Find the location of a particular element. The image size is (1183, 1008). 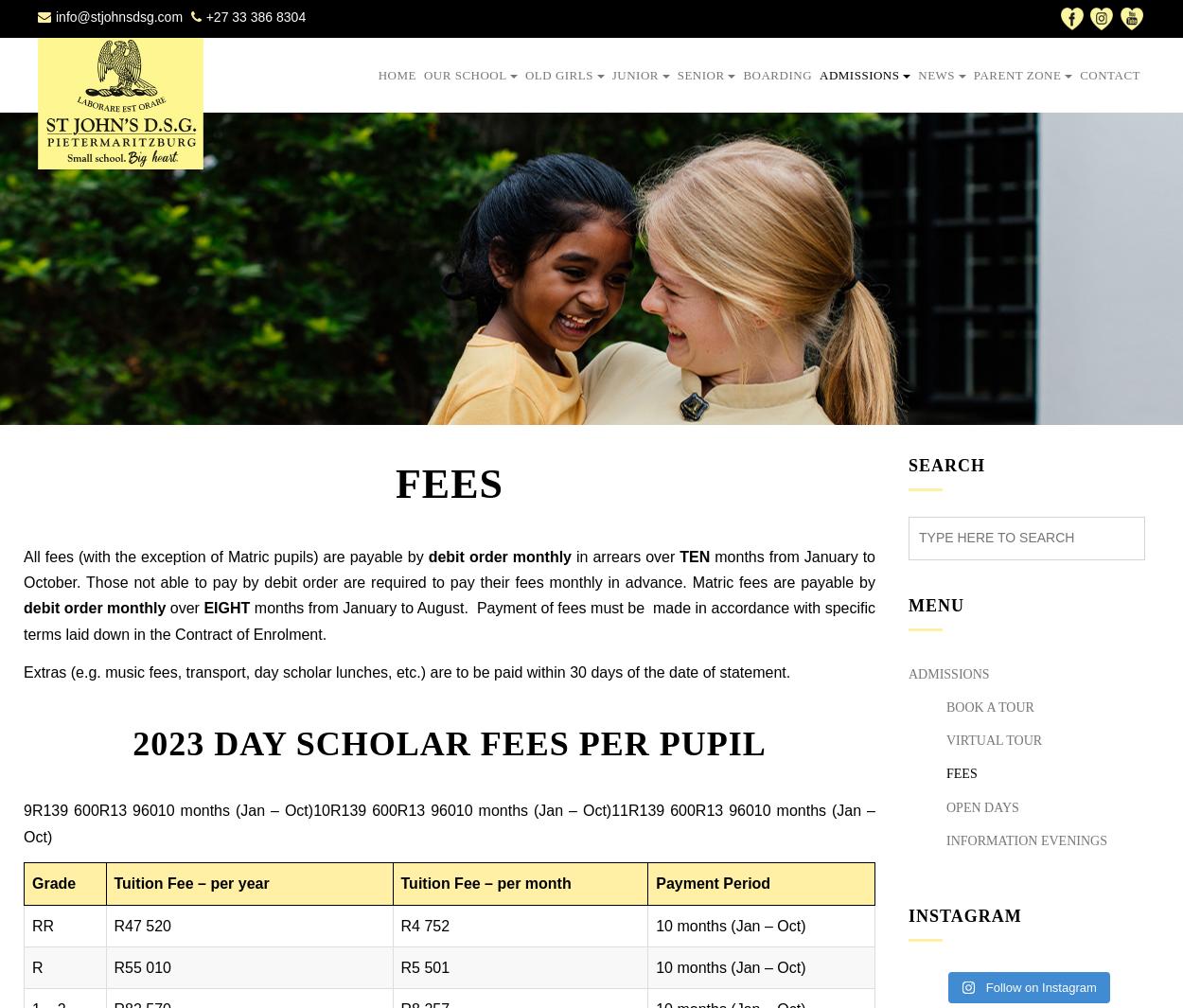

'info@stjohnsdsg.com' is located at coordinates (119, 15).